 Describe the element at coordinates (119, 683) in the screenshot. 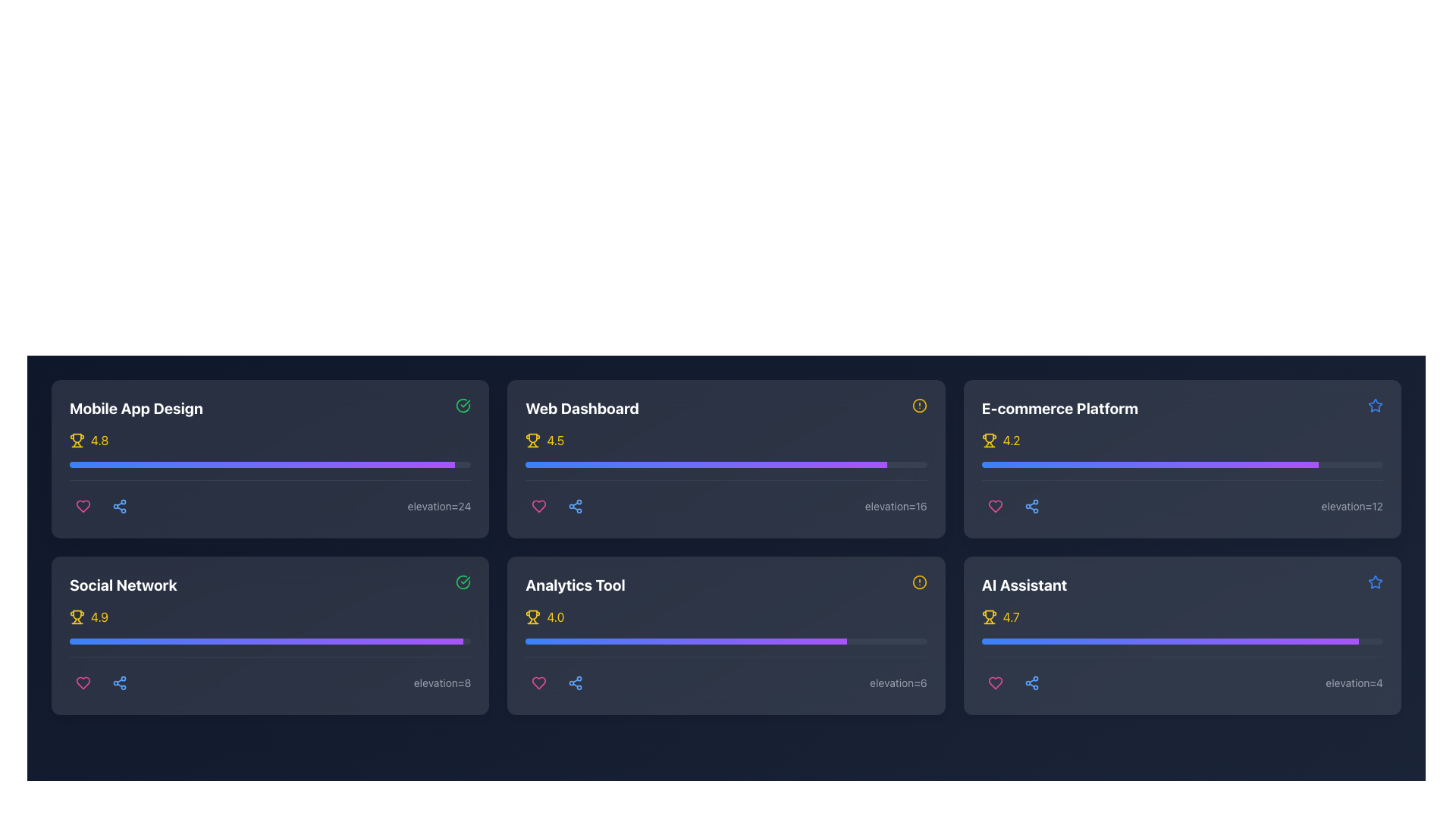

I see `the circular share button located at the bottom area of the 'Social Network' card` at that location.